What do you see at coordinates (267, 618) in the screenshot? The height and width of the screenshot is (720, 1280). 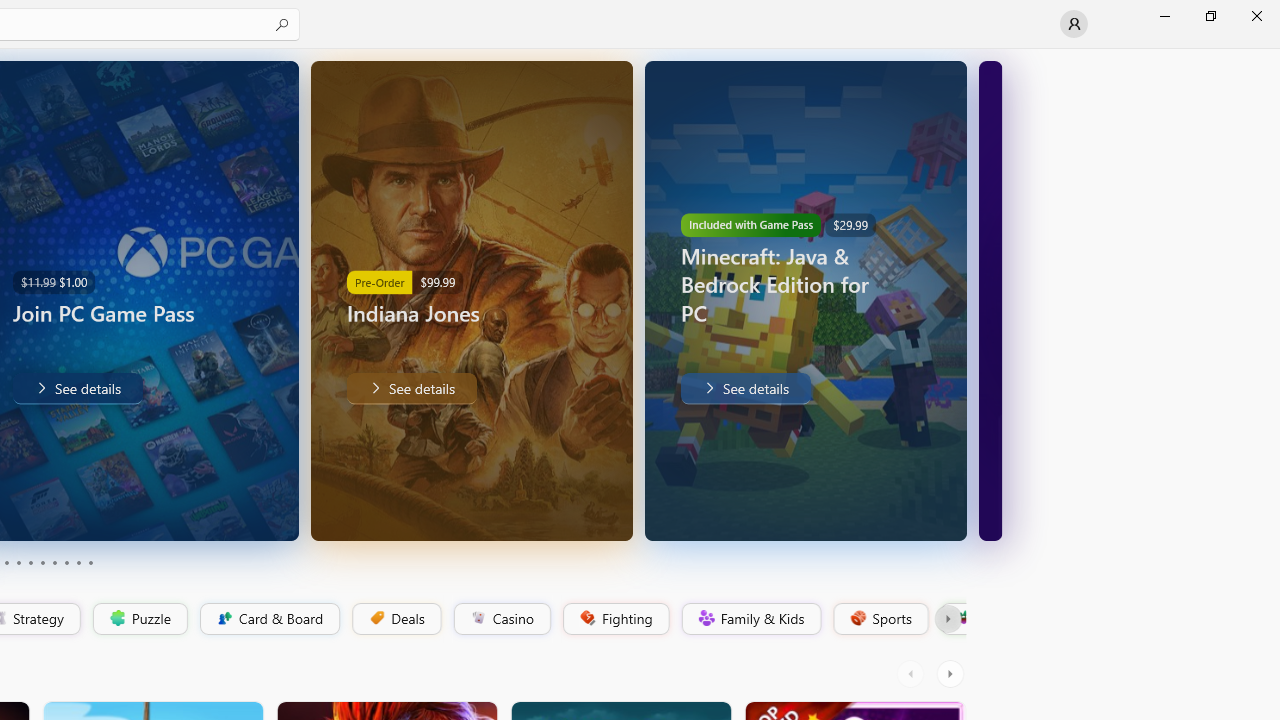 I see `'Card & Board'` at bounding box center [267, 618].